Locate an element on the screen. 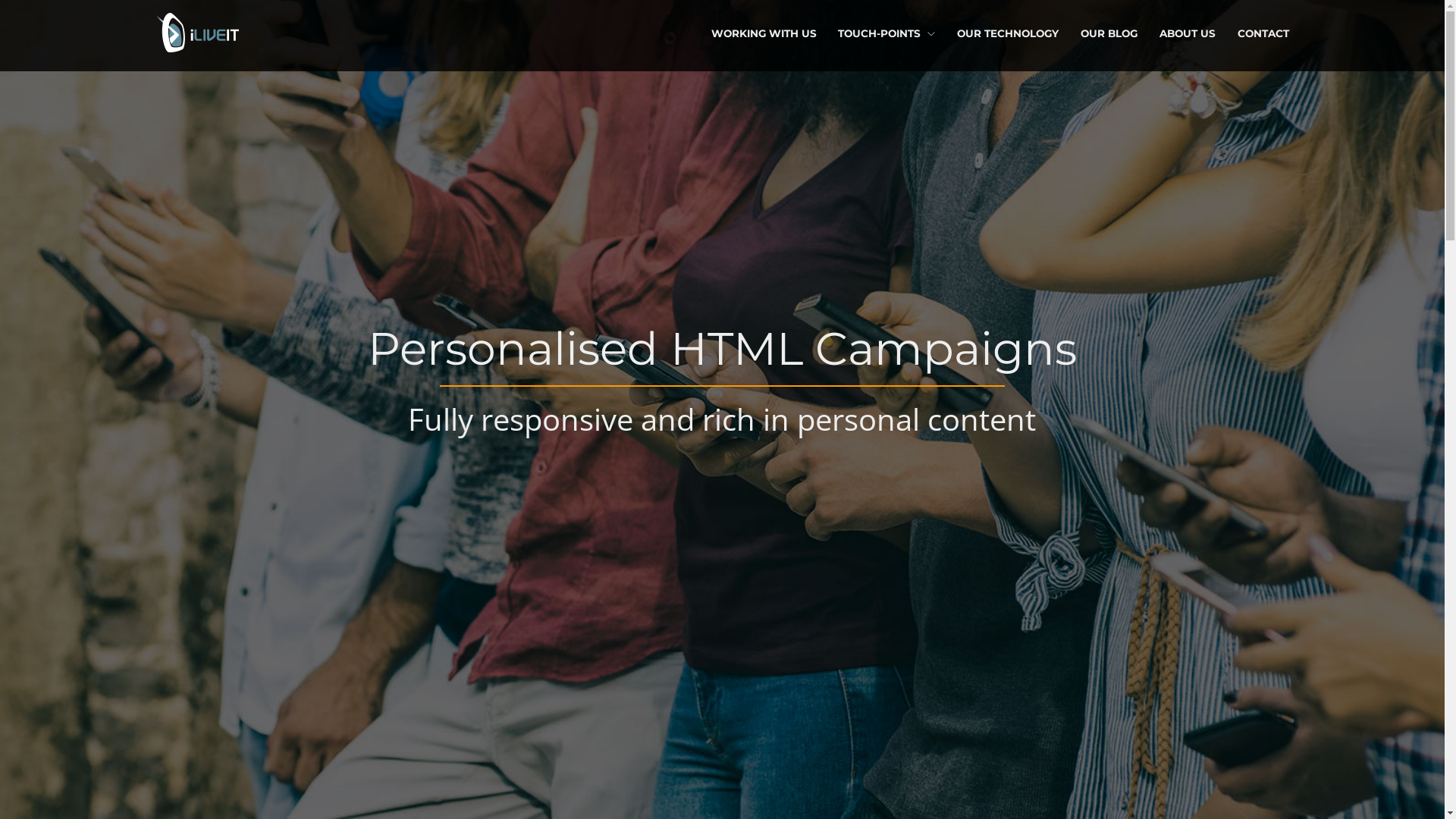 The image size is (1456, 819). 'OUR TECHNOLOGY' is located at coordinates (1008, 33).